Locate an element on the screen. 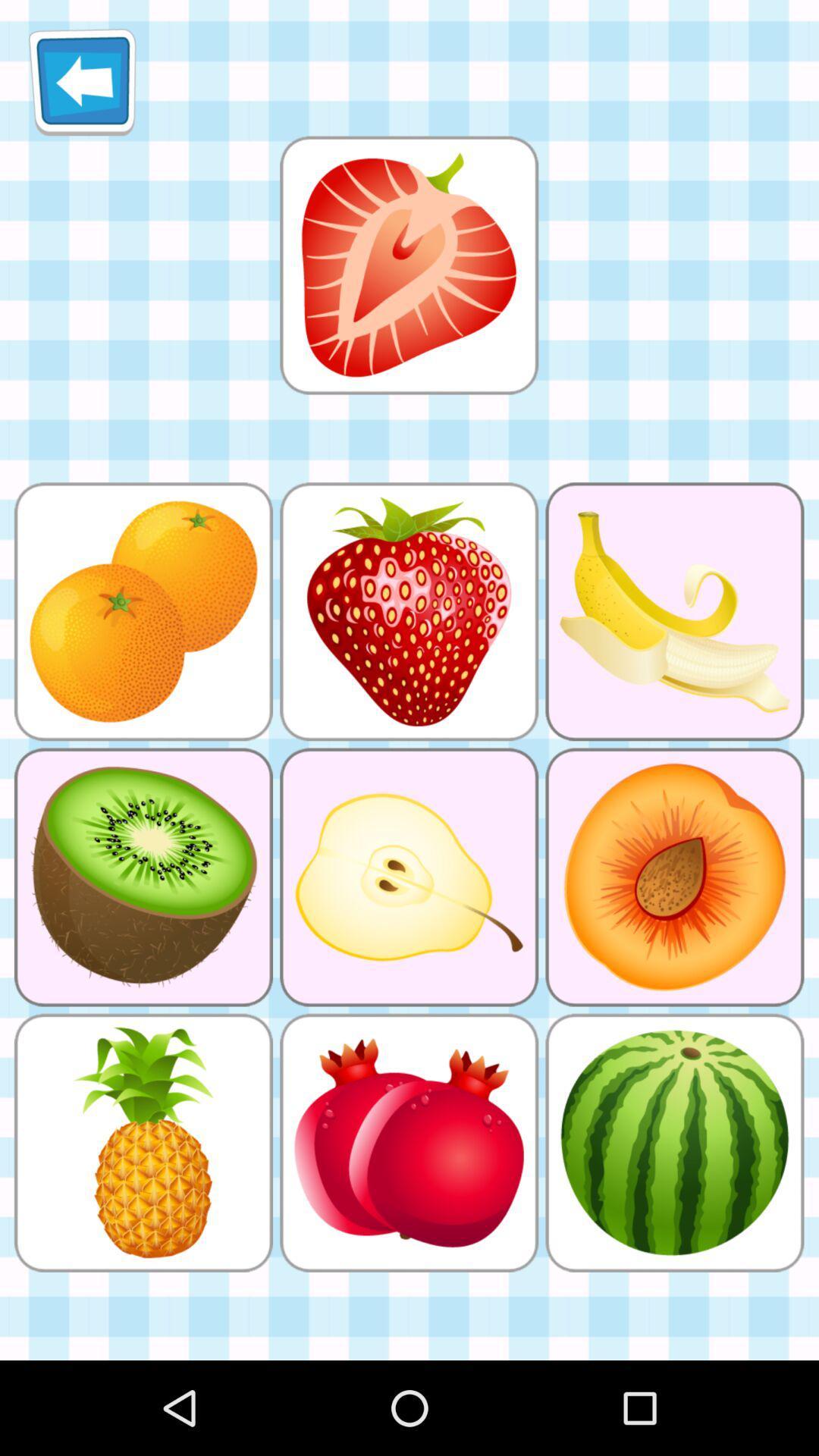  go back is located at coordinates (82, 81).